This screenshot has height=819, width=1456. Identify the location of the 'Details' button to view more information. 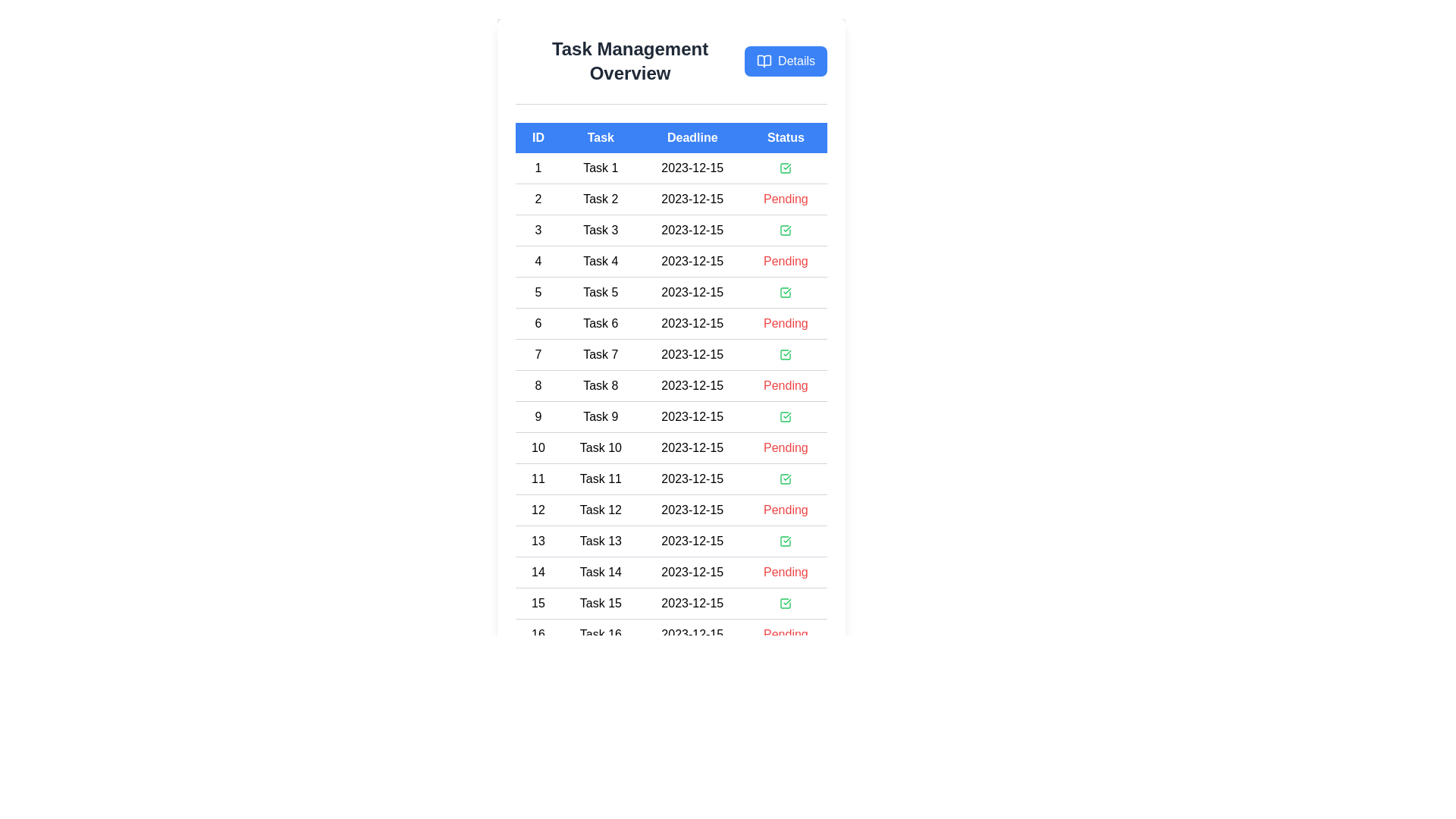
(786, 61).